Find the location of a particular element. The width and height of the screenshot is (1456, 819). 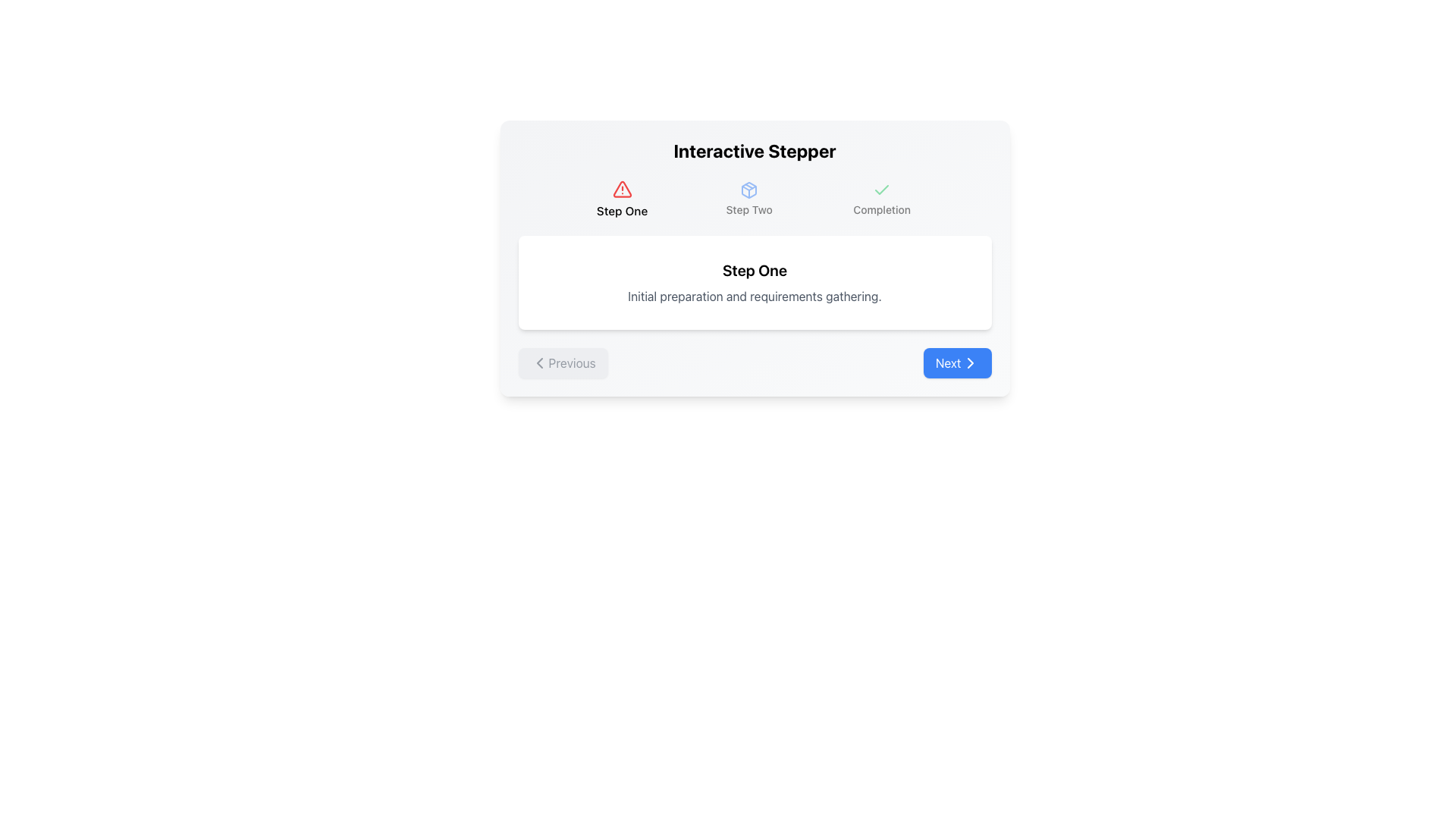

the blue package icon associated with the 'Step Two' label in the step indicator interface is located at coordinates (749, 189).